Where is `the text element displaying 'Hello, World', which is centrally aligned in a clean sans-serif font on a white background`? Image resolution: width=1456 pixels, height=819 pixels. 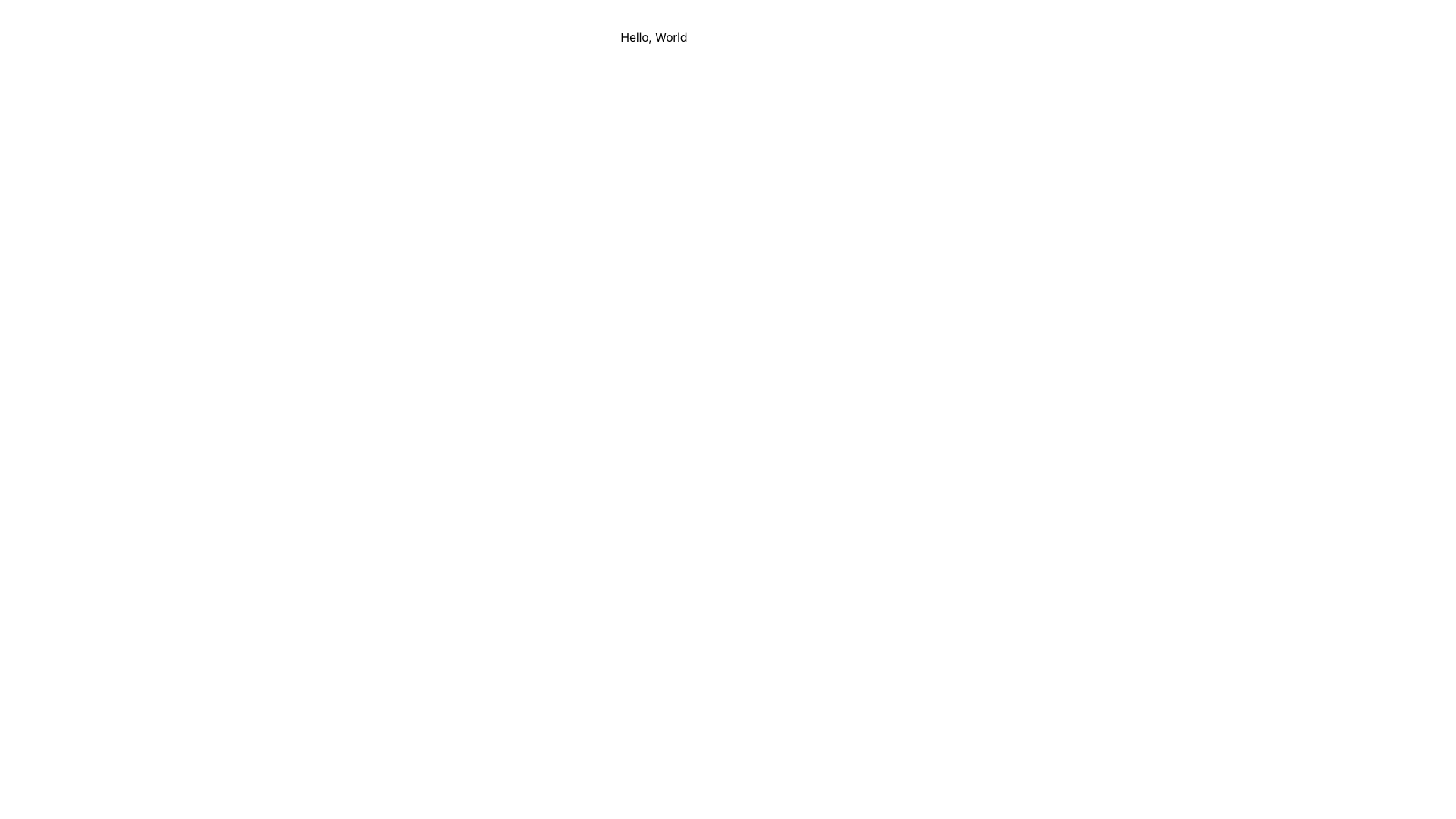
the text element displaying 'Hello, World', which is centrally aligned in a clean sans-serif font on a white background is located at coordinates (654, 36).